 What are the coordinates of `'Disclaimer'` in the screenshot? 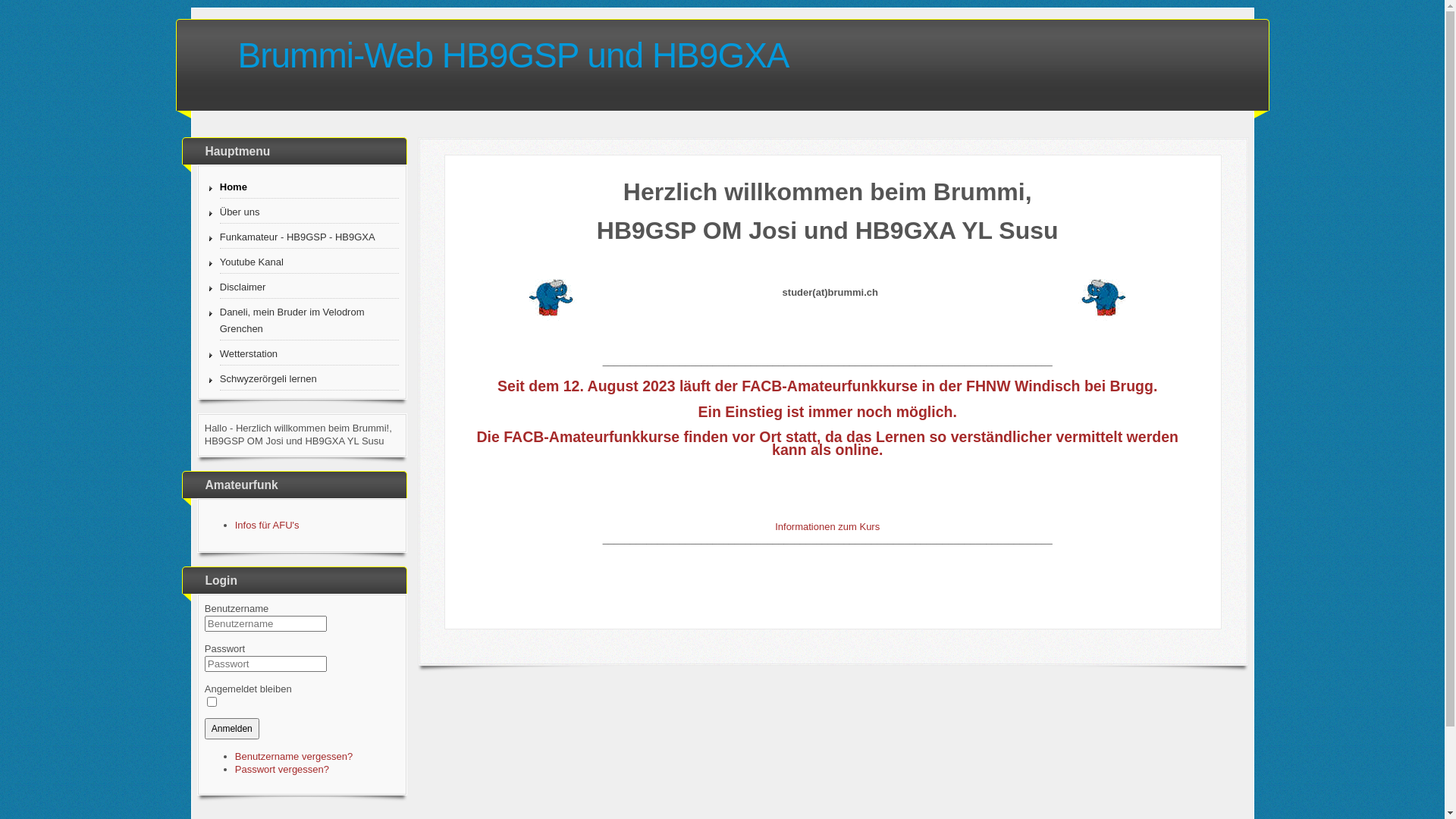 It's located at (309, 287).